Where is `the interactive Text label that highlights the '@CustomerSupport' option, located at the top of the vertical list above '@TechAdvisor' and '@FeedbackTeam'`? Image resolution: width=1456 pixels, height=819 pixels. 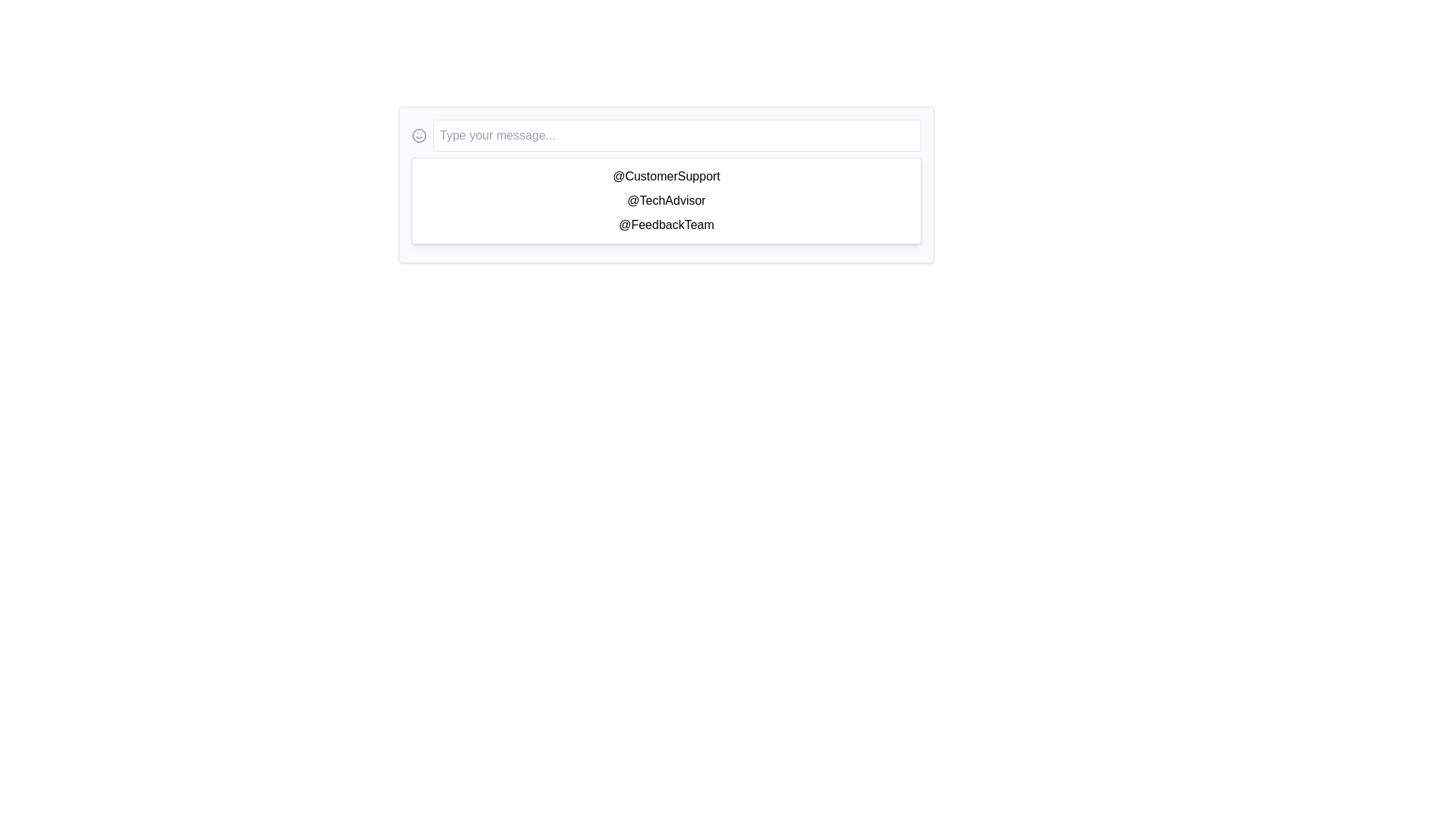
the interactive Text label that highlights the '@CustomerSupport' option, located at the top of the vertical list above '@TechAdvisor' and '@FeedbackTeam' is located at coordinates (666, 175).